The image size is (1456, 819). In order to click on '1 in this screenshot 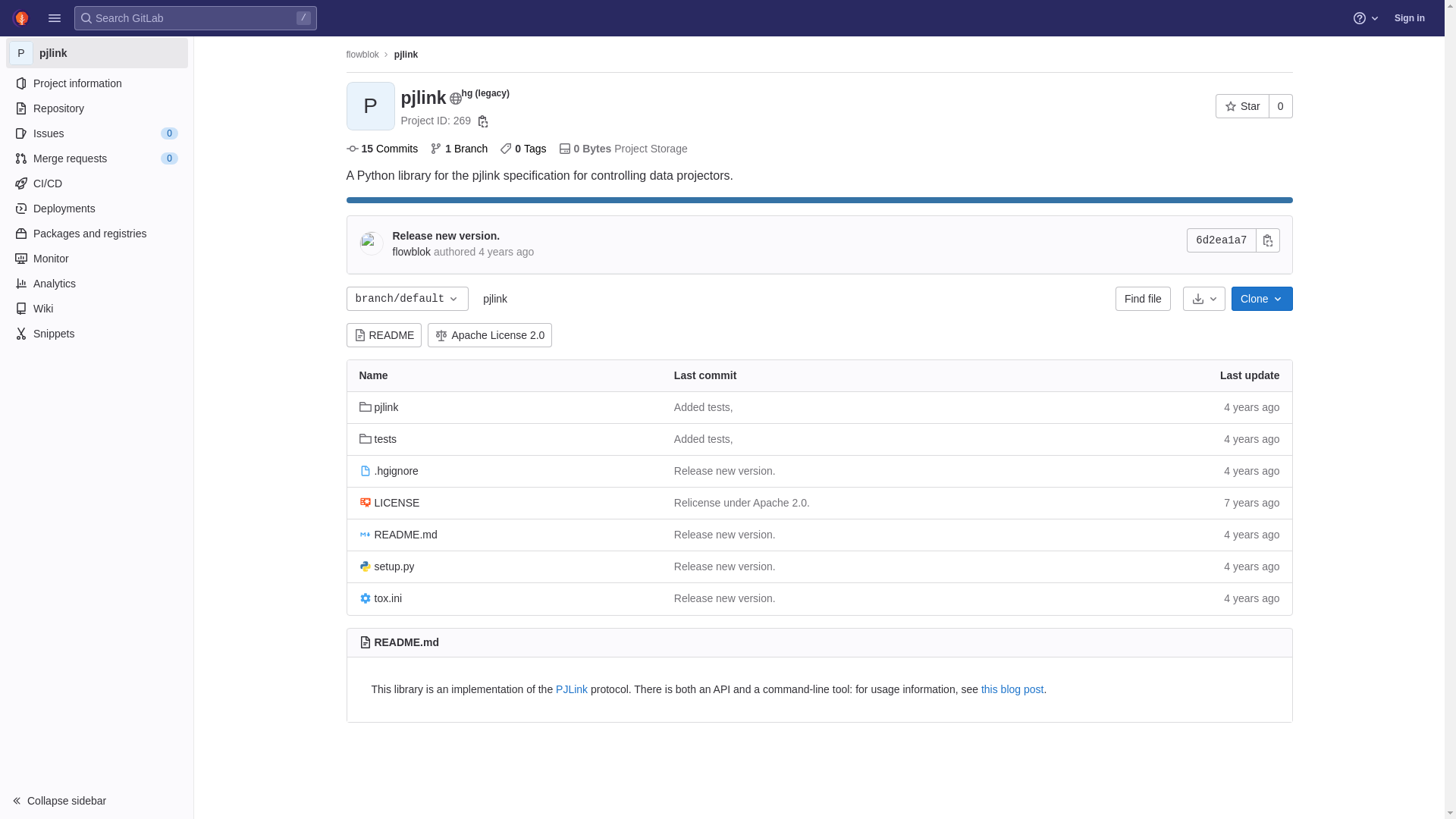, I will do `click(457, 149)`.